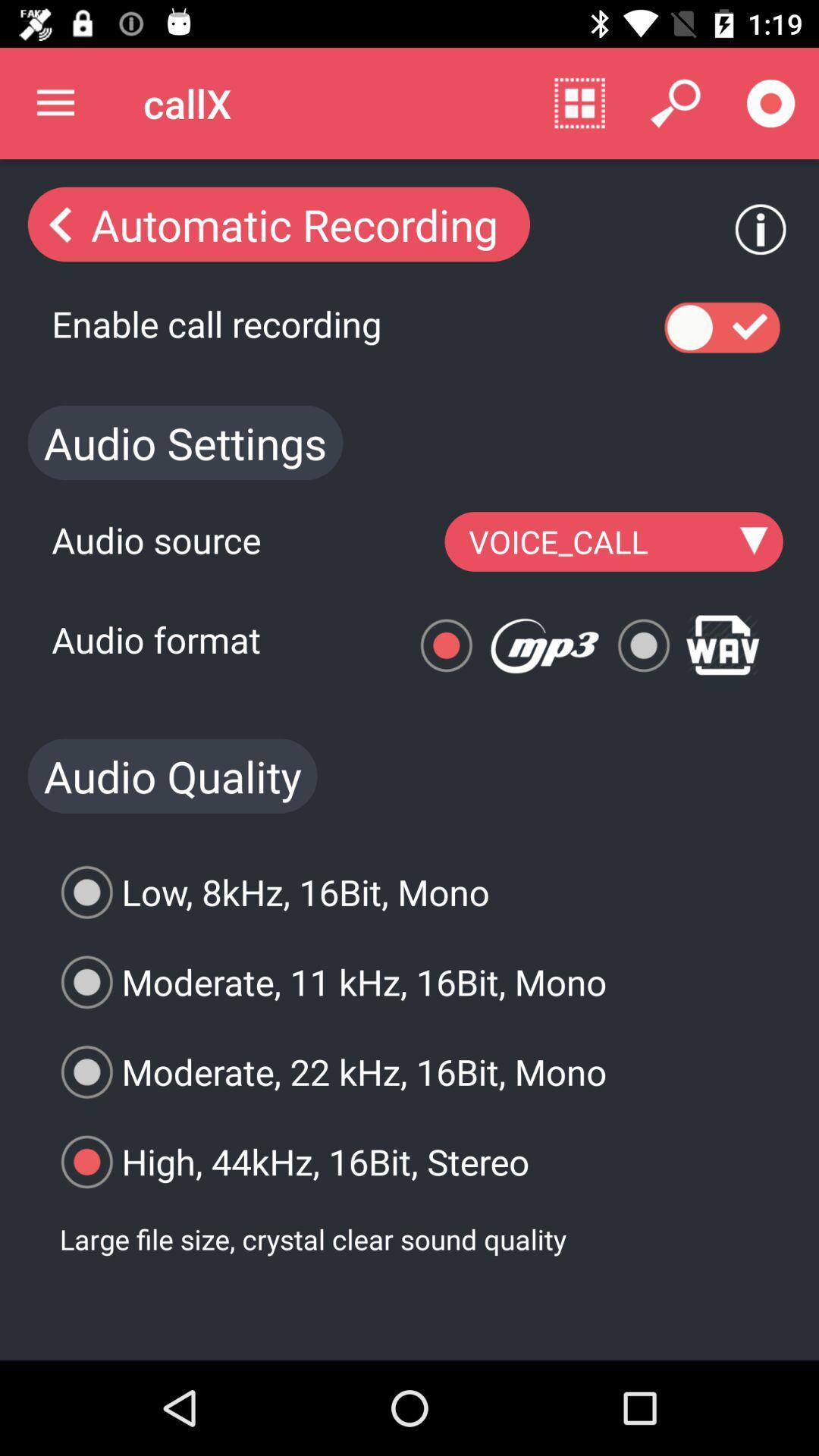 Image resolution: width=819 pixels, height=1456 pixels. What do you see at coordinates (48, 206) in the screenshot?
I see `the arrow_backward icon` at bounding box center [48, 206].